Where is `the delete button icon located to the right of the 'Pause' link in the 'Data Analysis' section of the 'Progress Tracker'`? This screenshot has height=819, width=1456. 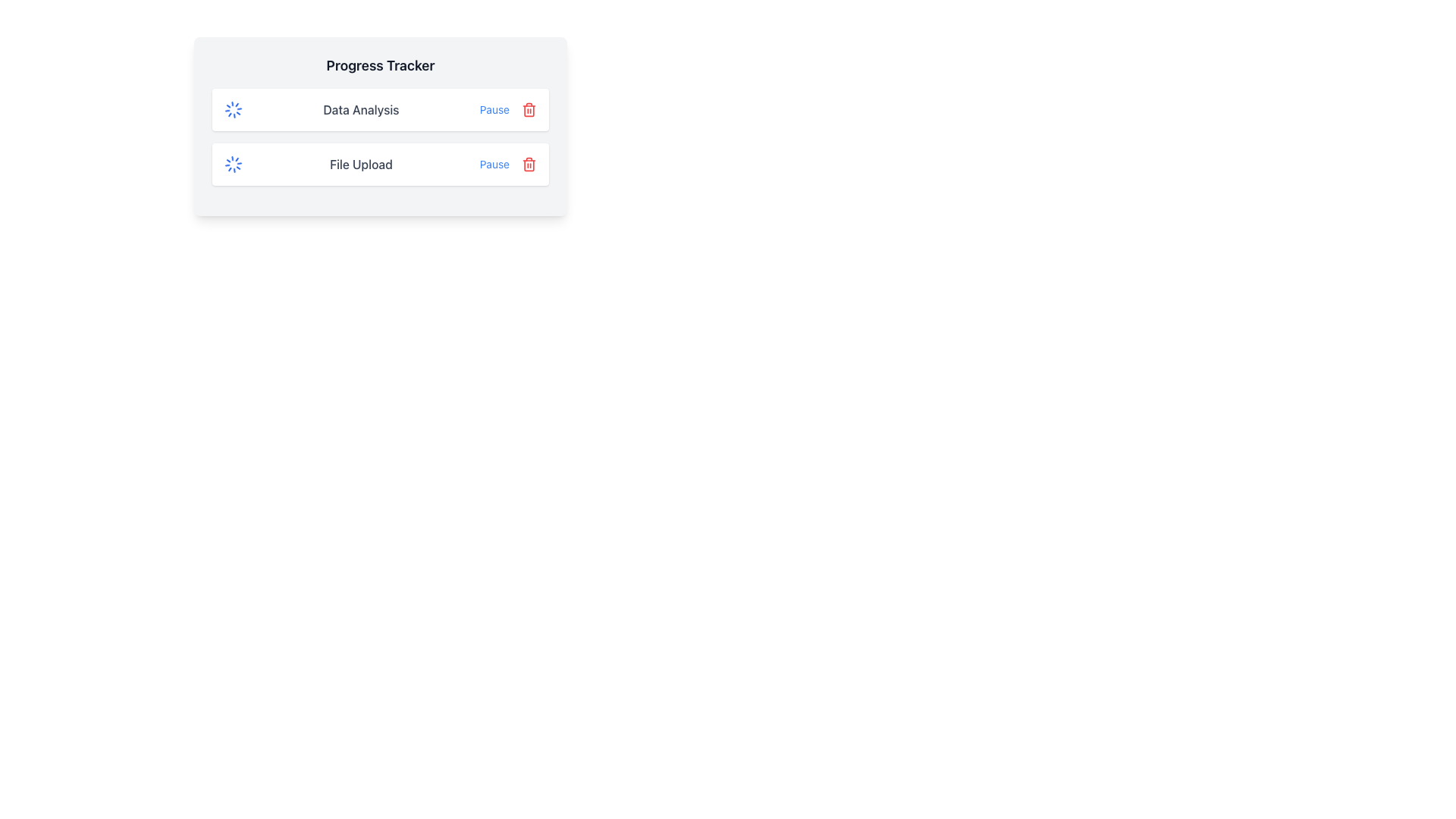
the delete button icon located to the right of the 'Pause' link in the 'Data Analysis' section of the 'Progress Tracker' is located at coordinates (529, 109).